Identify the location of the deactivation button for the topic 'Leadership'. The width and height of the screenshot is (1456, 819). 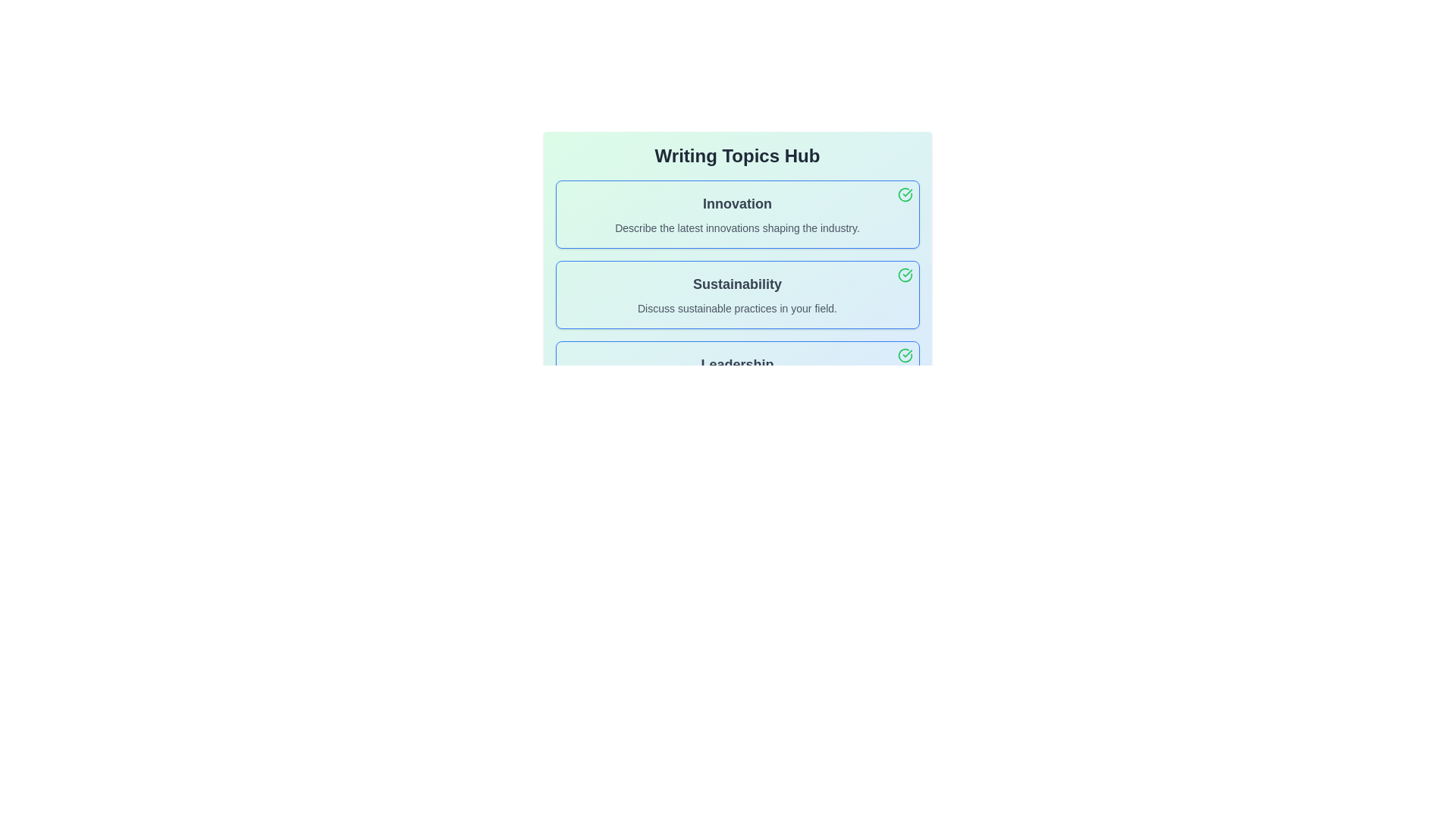
(905, 356).